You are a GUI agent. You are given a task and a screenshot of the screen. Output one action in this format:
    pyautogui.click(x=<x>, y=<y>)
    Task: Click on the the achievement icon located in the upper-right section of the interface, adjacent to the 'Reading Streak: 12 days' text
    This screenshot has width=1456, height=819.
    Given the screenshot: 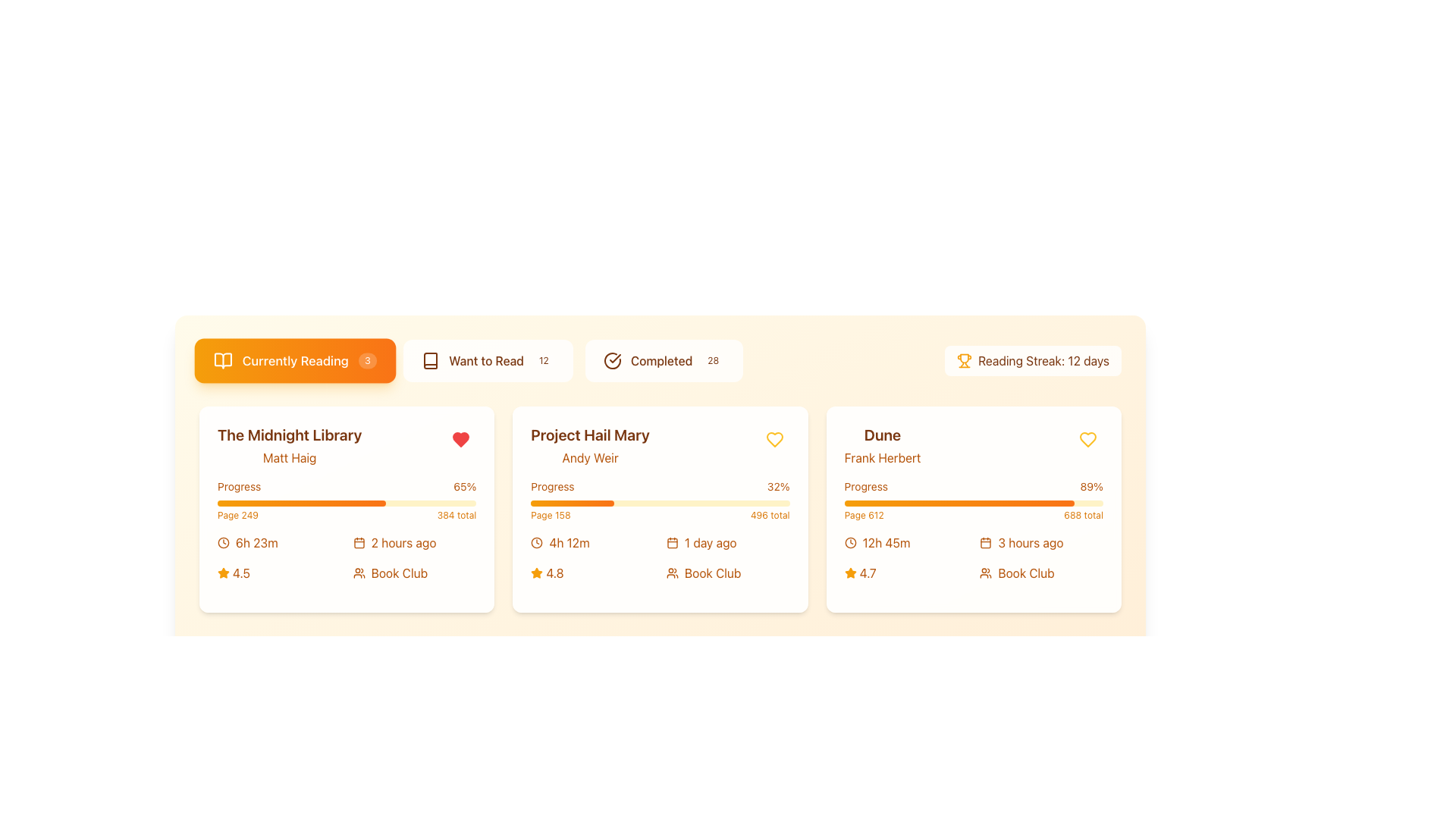 What is the action you would take?
    pyautogui.click(x=964, y=360)
    